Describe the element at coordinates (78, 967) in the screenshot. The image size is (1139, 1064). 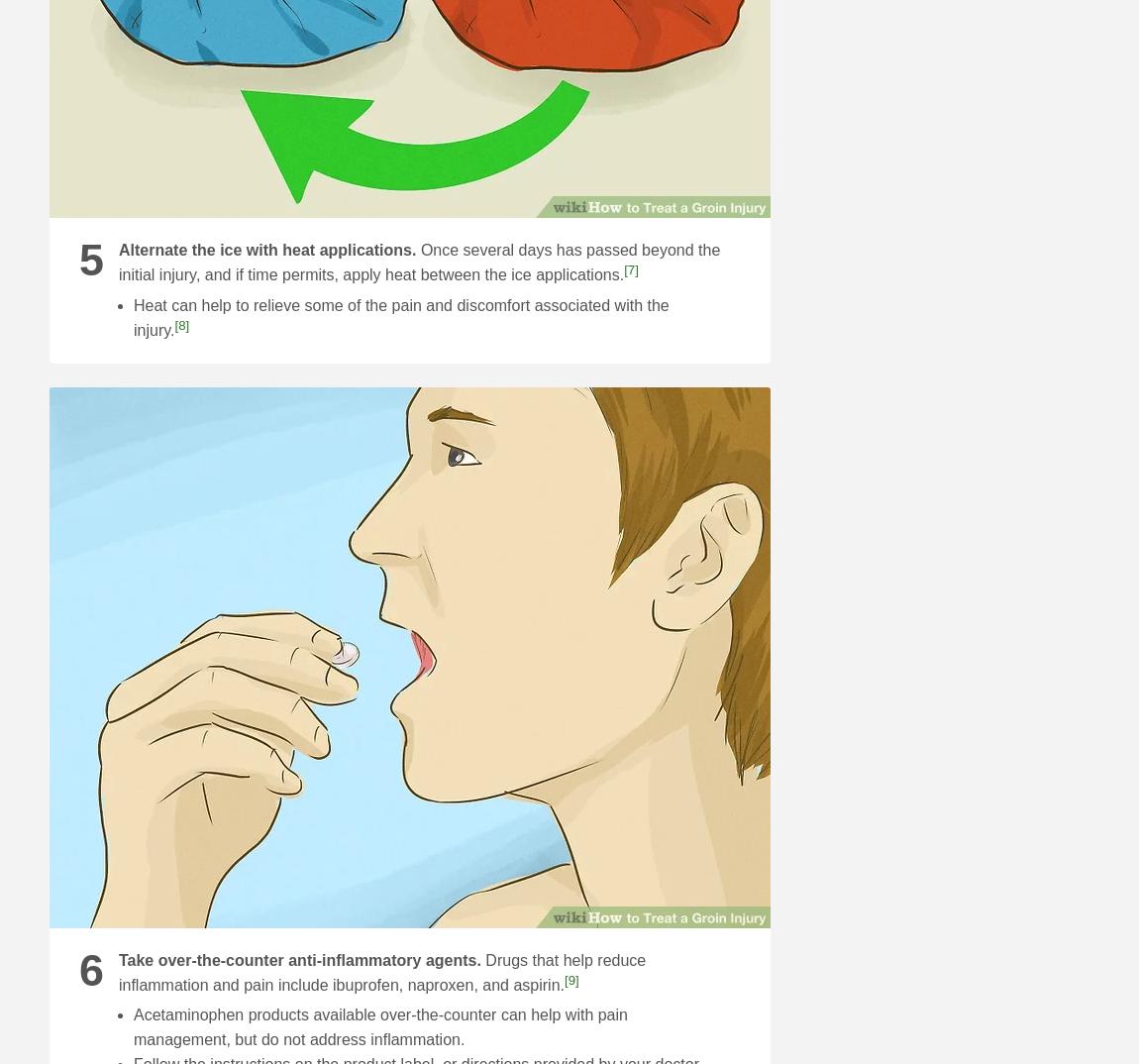
I see `'6'` at that location.